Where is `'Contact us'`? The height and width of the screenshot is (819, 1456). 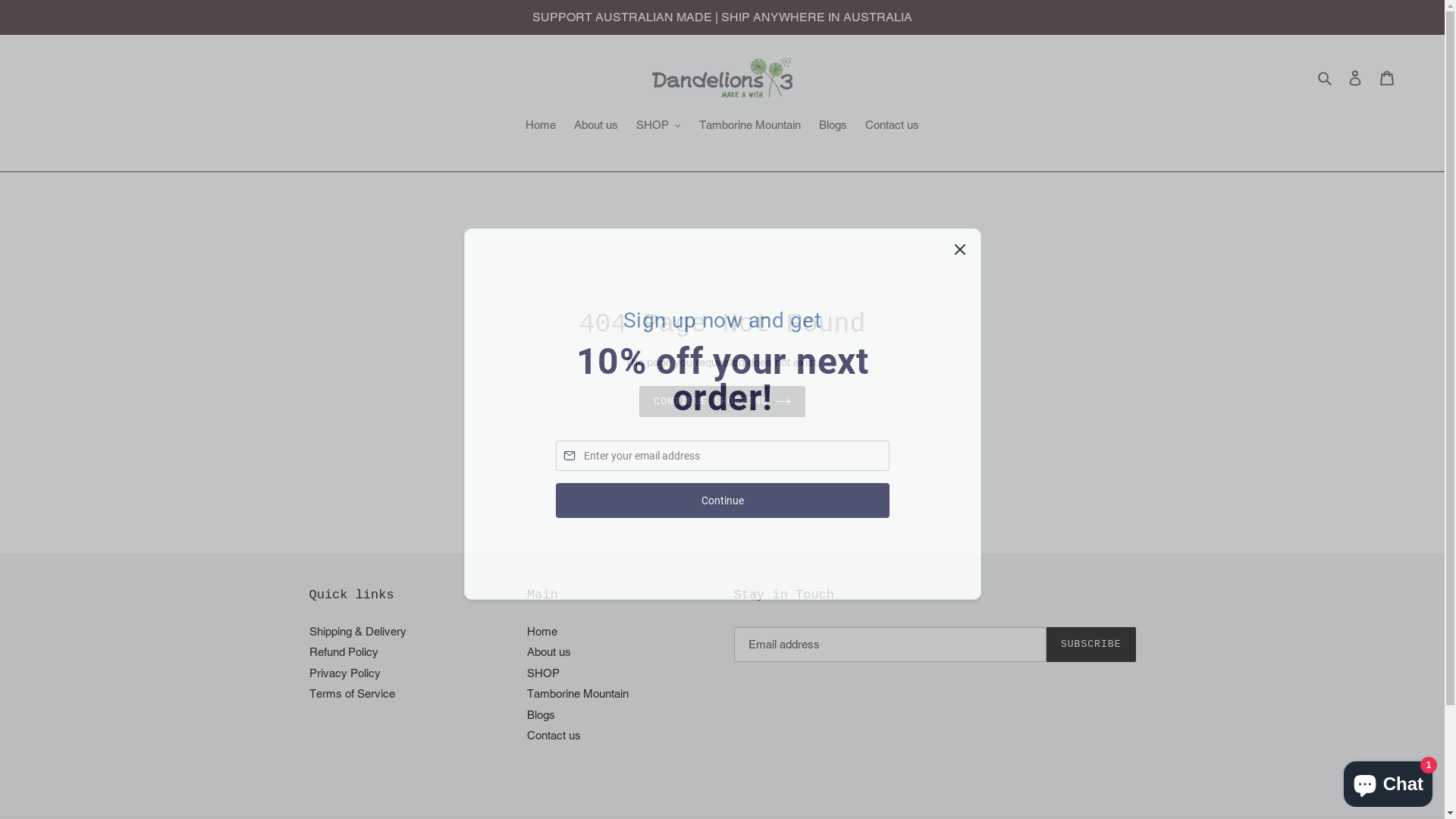 'Contact us' is located at coordinates (553, 734).